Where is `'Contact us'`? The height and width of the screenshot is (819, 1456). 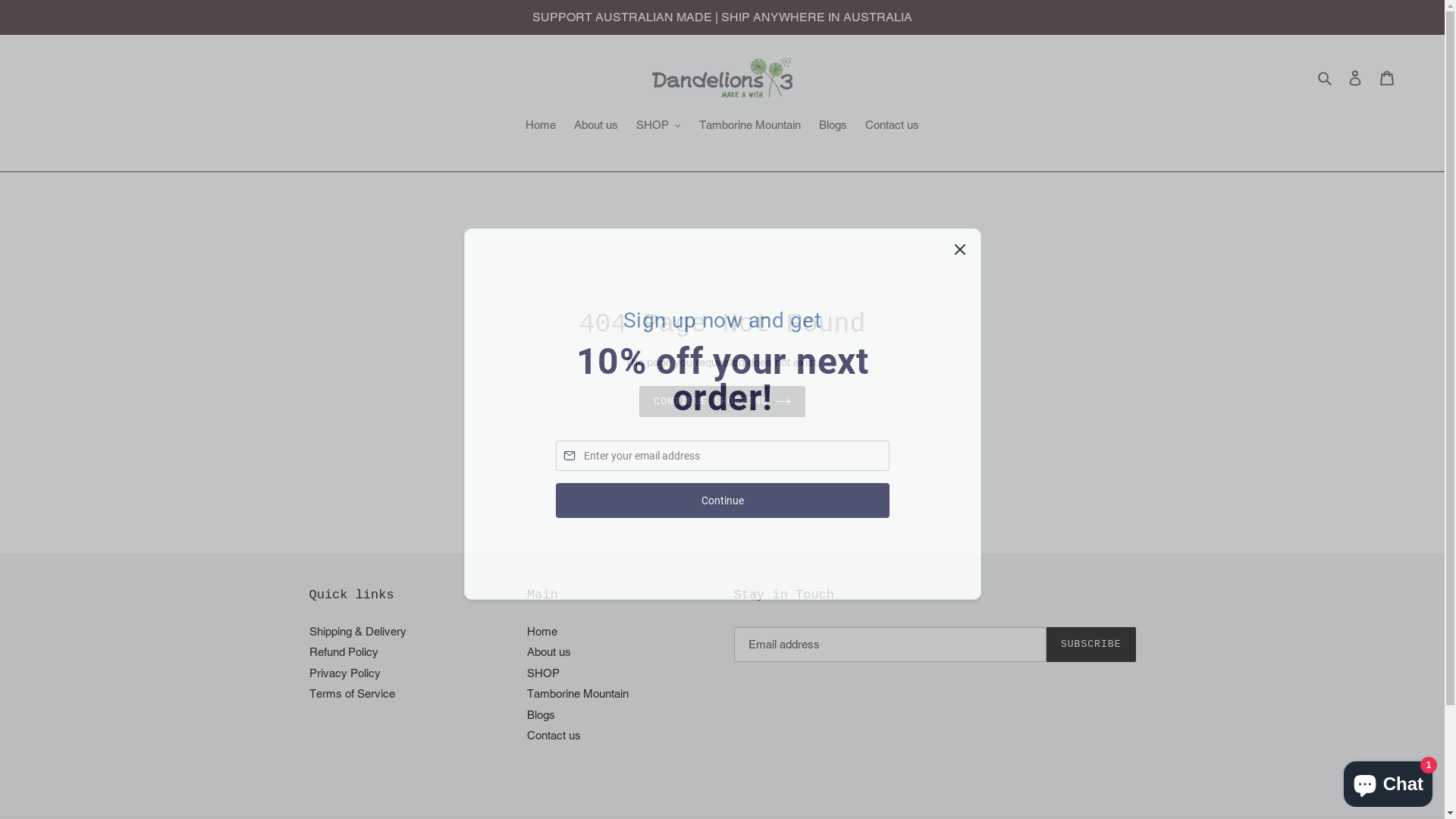 'Contact us' is located at coordinates (553, 734).